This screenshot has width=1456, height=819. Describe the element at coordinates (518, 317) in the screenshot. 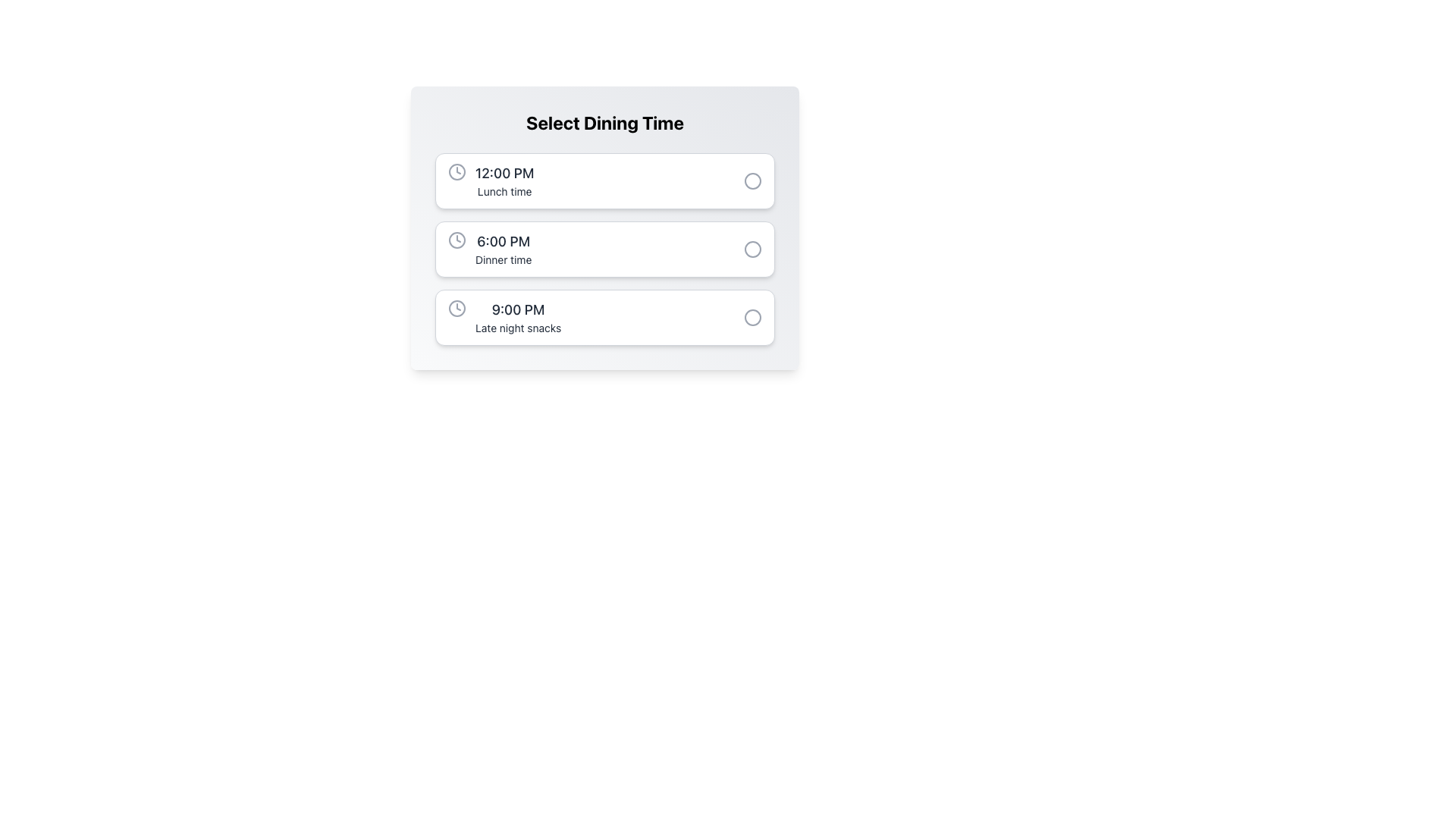

I see `to select the third time option for scheduling late-night snacks, which is represented by a text display element` at that location.